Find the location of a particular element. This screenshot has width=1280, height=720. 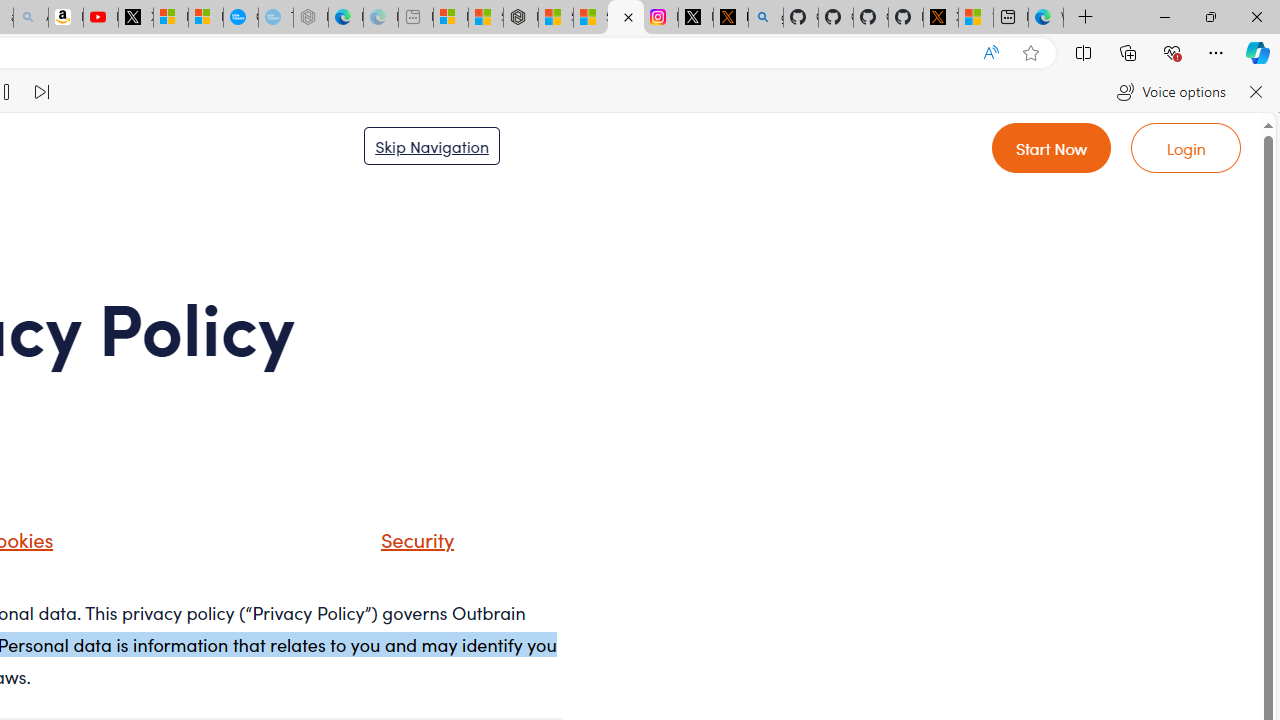

'Amazon Echo Dot PNG - Search Images - Sleeping' is located at coordinates (31, 17).